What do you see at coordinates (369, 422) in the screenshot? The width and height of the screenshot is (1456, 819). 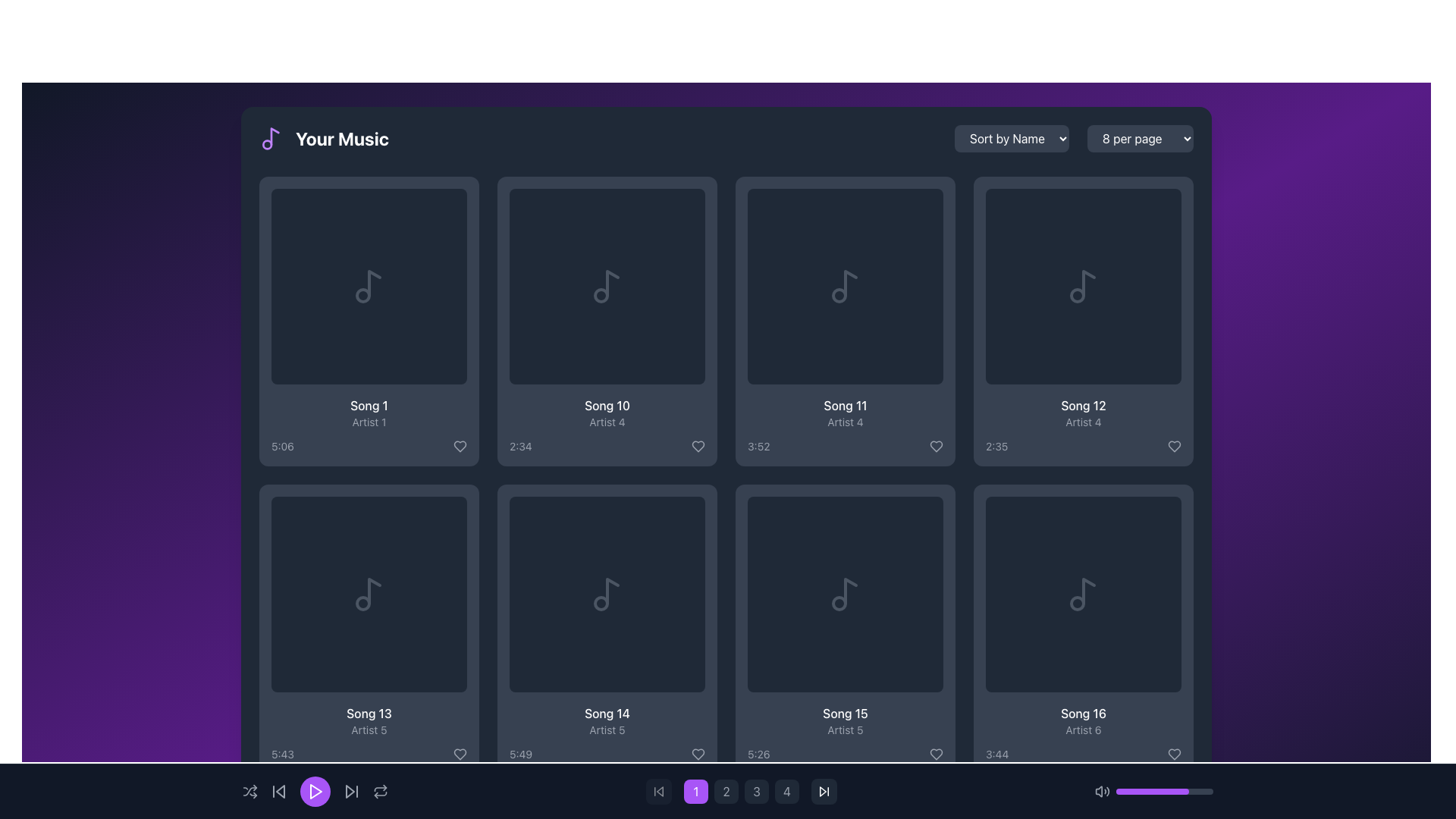 I see `the text label that displays the name of the artist associated with the displayed song, located beneath 'Song 1' and above the time label '5:06'` at bounding box center [369, 422].